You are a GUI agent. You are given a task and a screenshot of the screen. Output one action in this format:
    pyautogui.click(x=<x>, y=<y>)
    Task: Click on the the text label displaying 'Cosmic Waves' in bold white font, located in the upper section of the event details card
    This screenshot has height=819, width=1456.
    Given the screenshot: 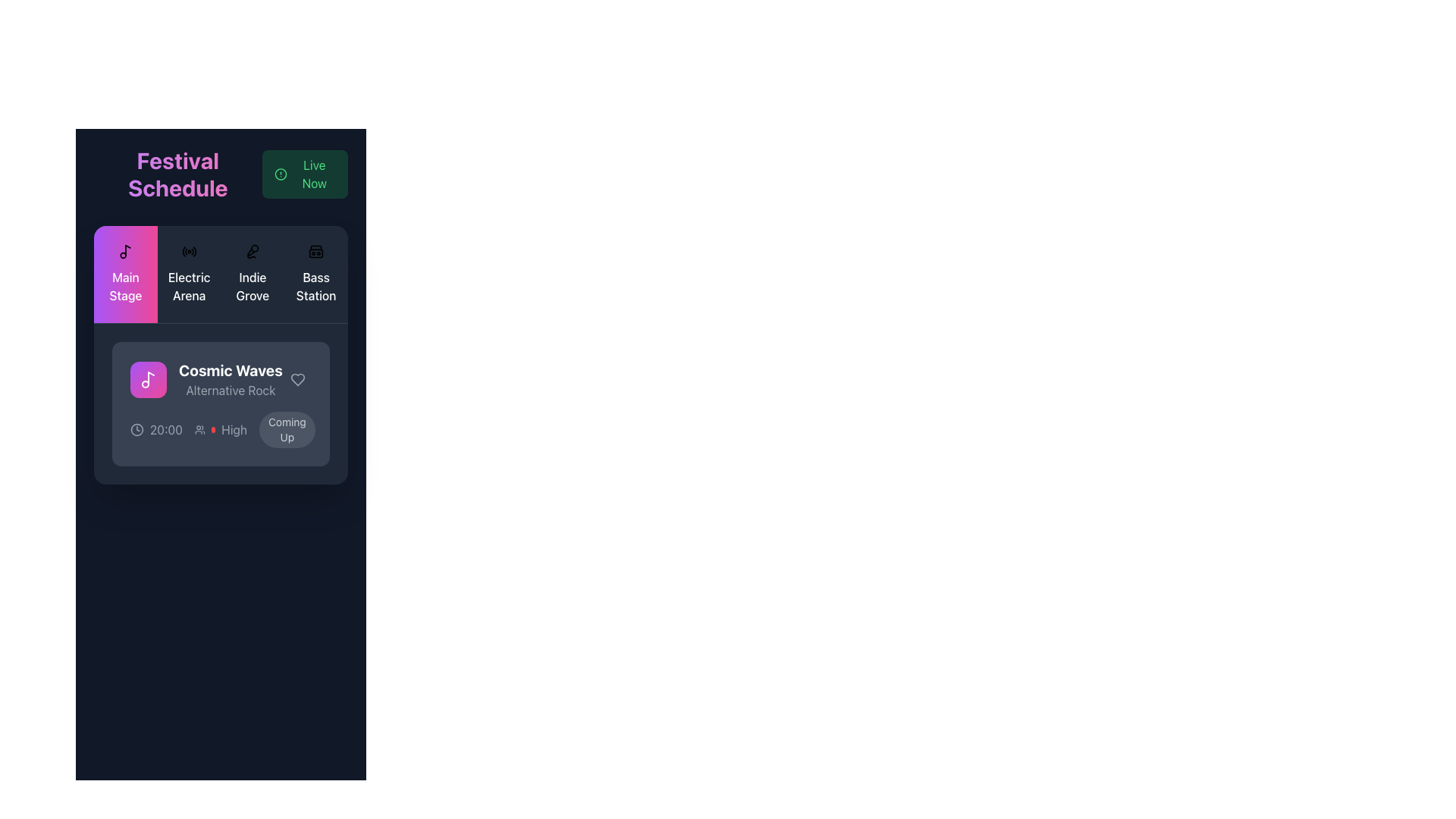 What is the action you would take?
    pyautogui.click(x=230, y=371)
    